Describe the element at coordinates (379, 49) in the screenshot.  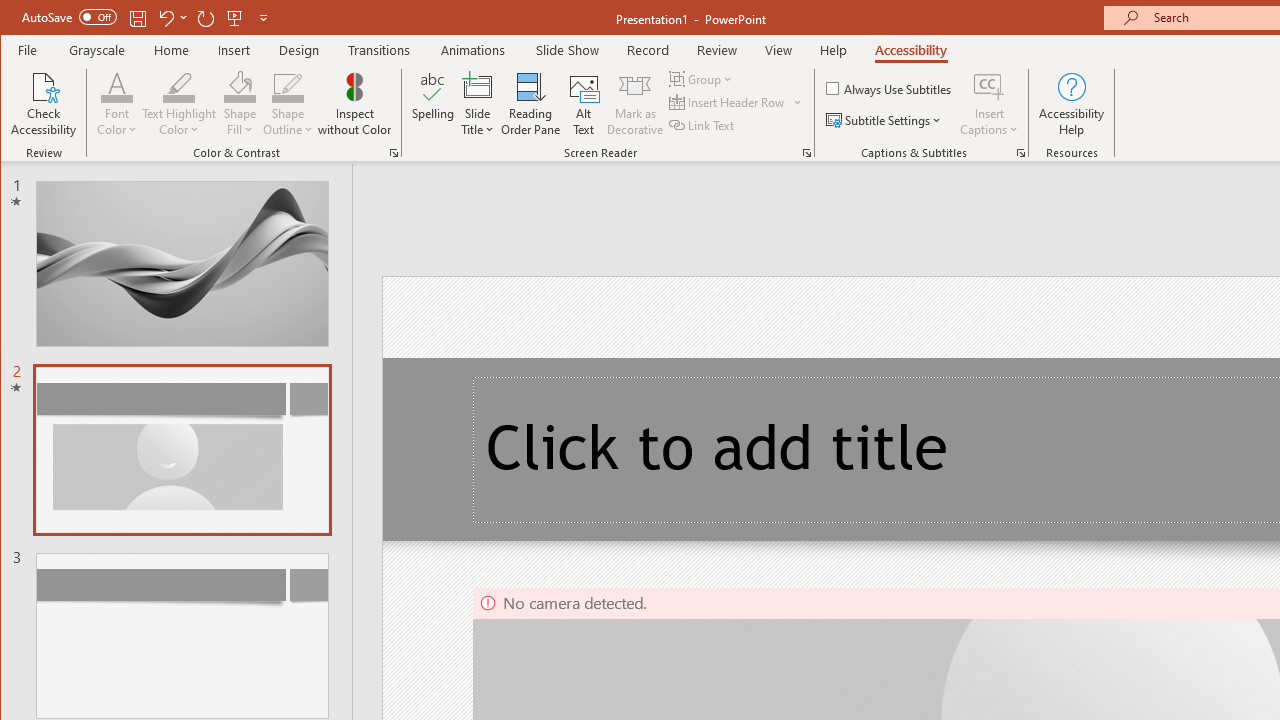
I see `'Transitions'` at that location.